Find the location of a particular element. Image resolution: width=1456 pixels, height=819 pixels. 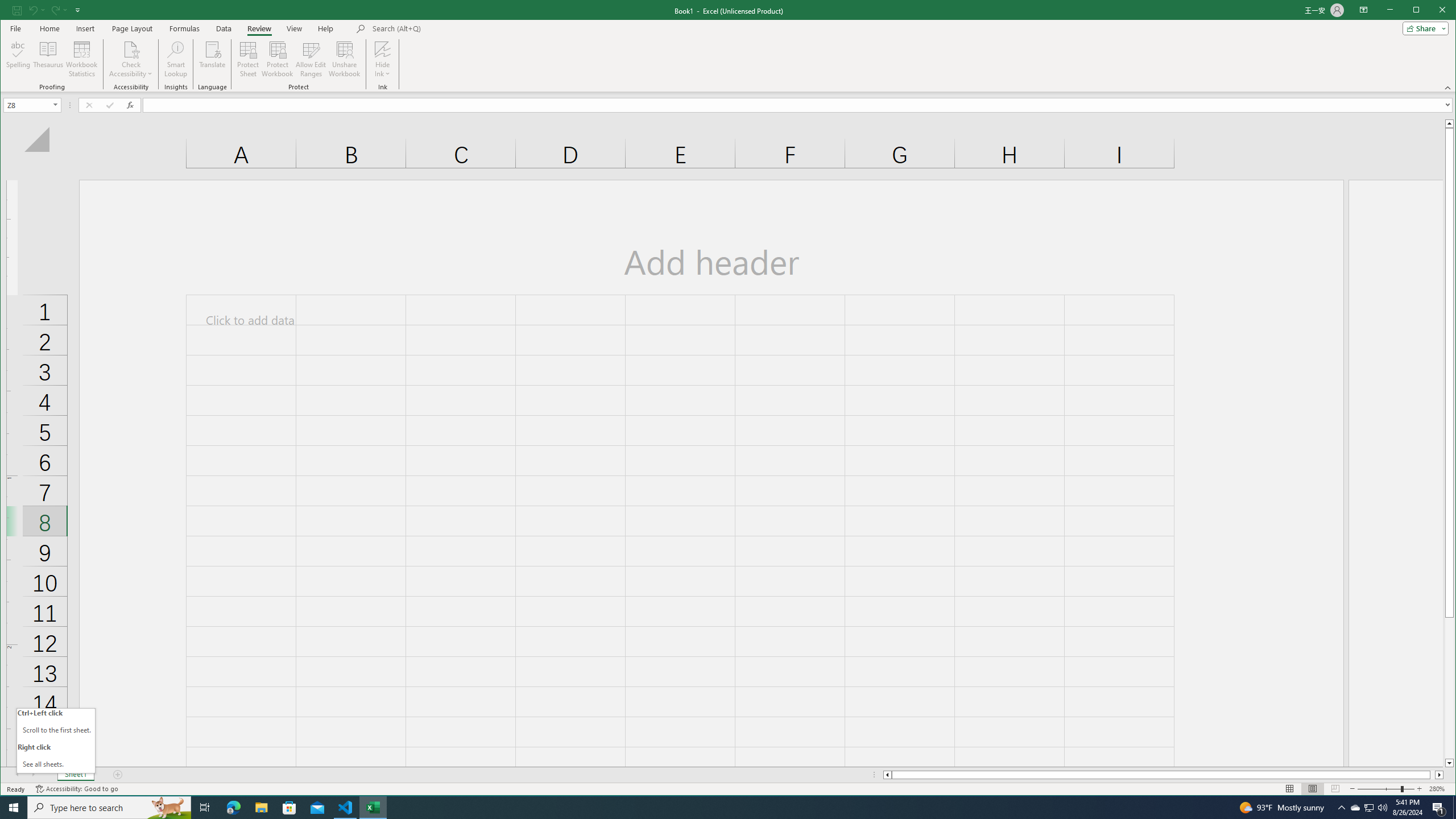

'Notification Chevron' is located at coordinates (1342, 806).